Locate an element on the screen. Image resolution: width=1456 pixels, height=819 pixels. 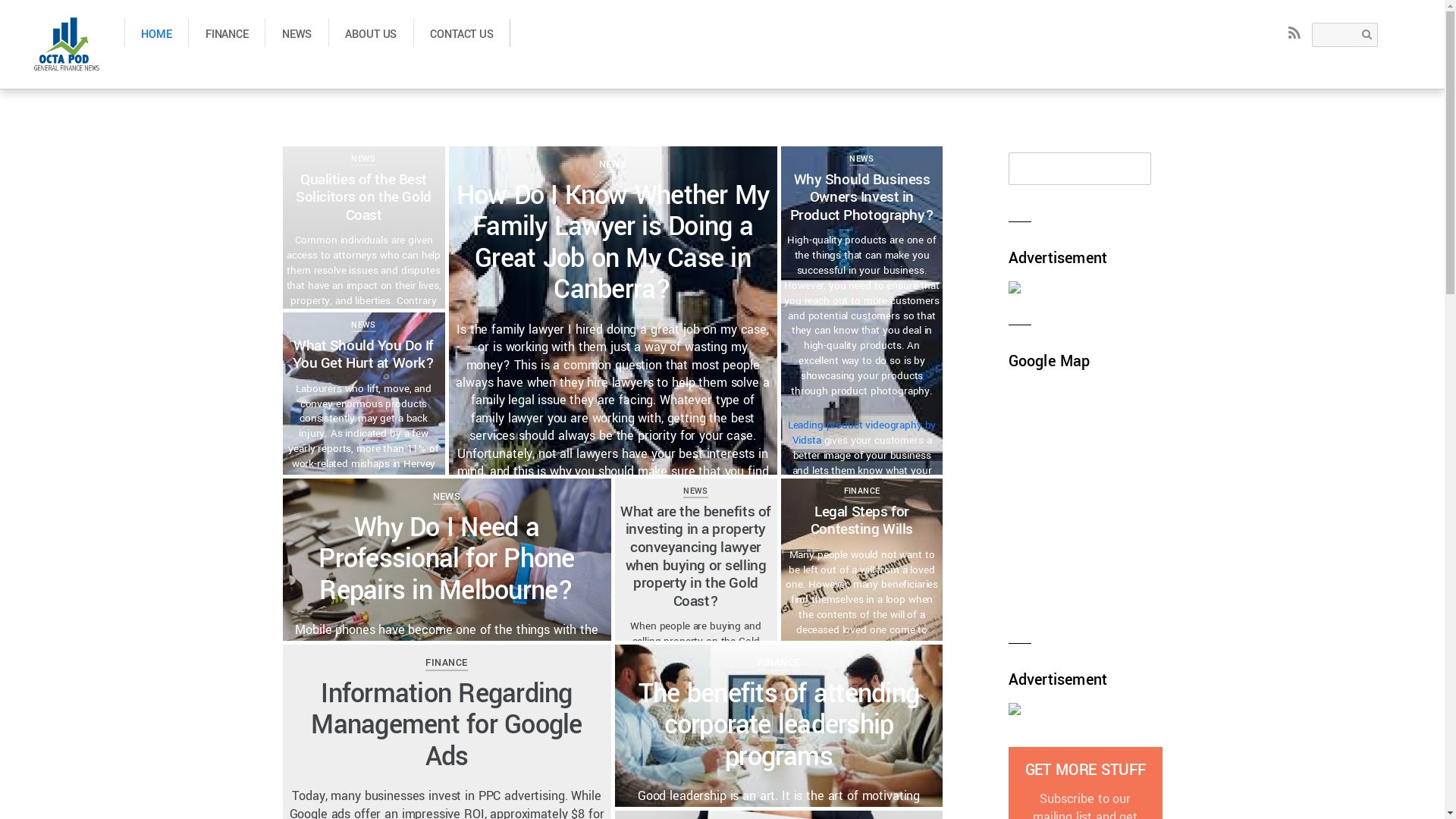
'Legal Steps for Contesting Wills' is located at coordinates (861, 519).